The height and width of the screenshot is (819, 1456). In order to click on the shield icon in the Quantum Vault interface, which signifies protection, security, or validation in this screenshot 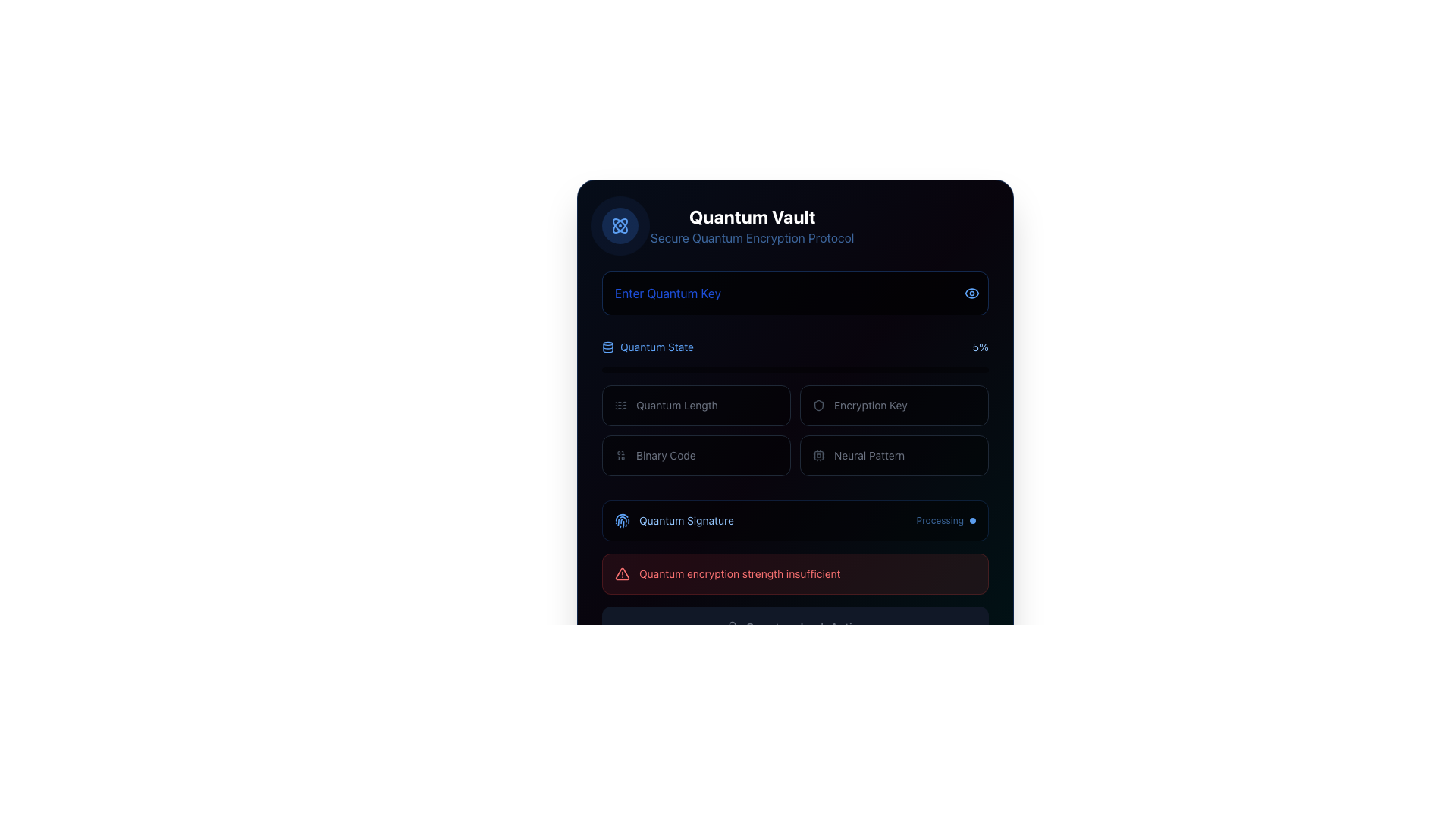, I will do `click(818, 405)`.